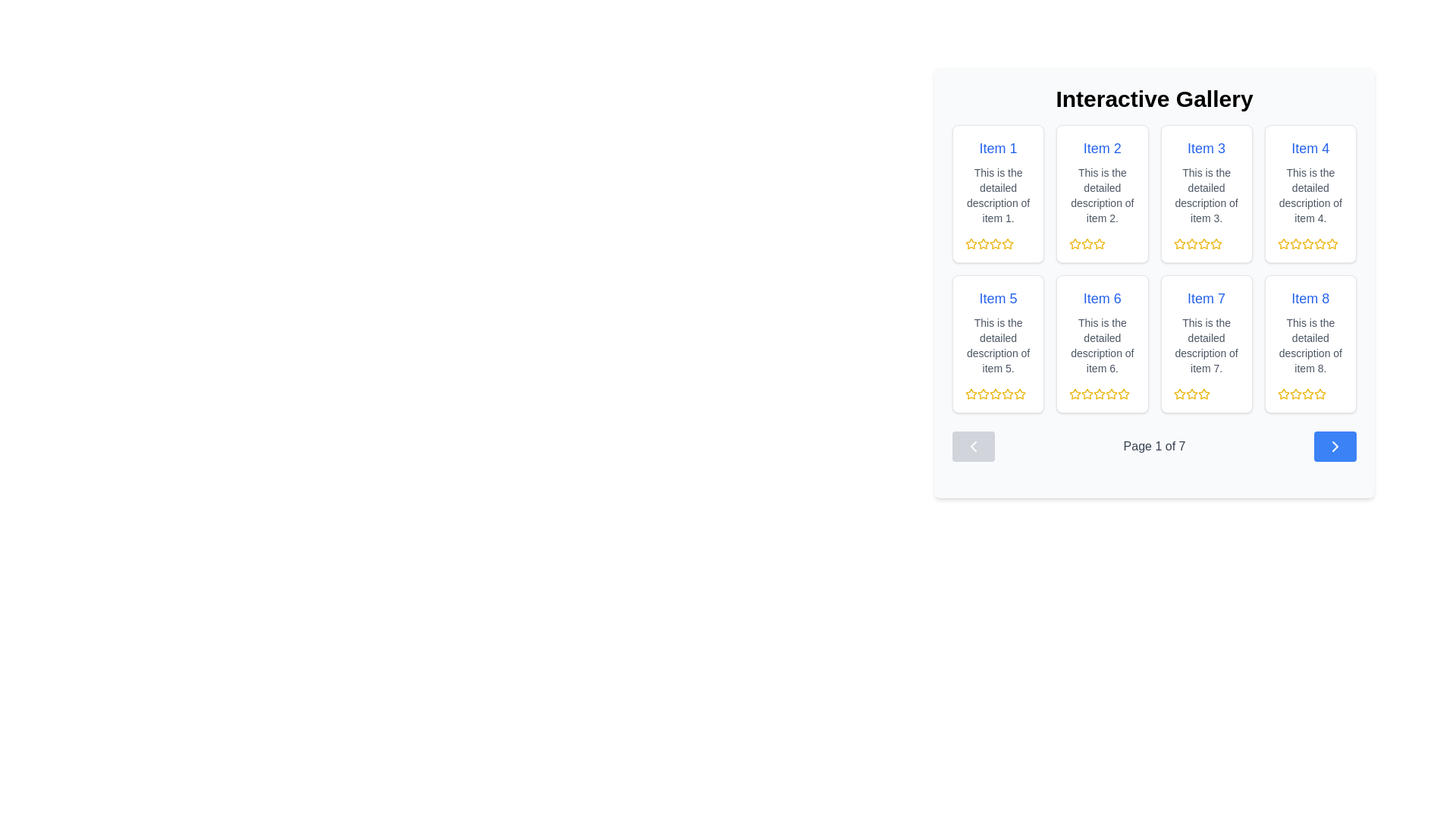 The height and width of the screenshot is (819, 1456). I want to click on the title text of the fourth card in the first row of the interactive gallery, so click(1310, 149).